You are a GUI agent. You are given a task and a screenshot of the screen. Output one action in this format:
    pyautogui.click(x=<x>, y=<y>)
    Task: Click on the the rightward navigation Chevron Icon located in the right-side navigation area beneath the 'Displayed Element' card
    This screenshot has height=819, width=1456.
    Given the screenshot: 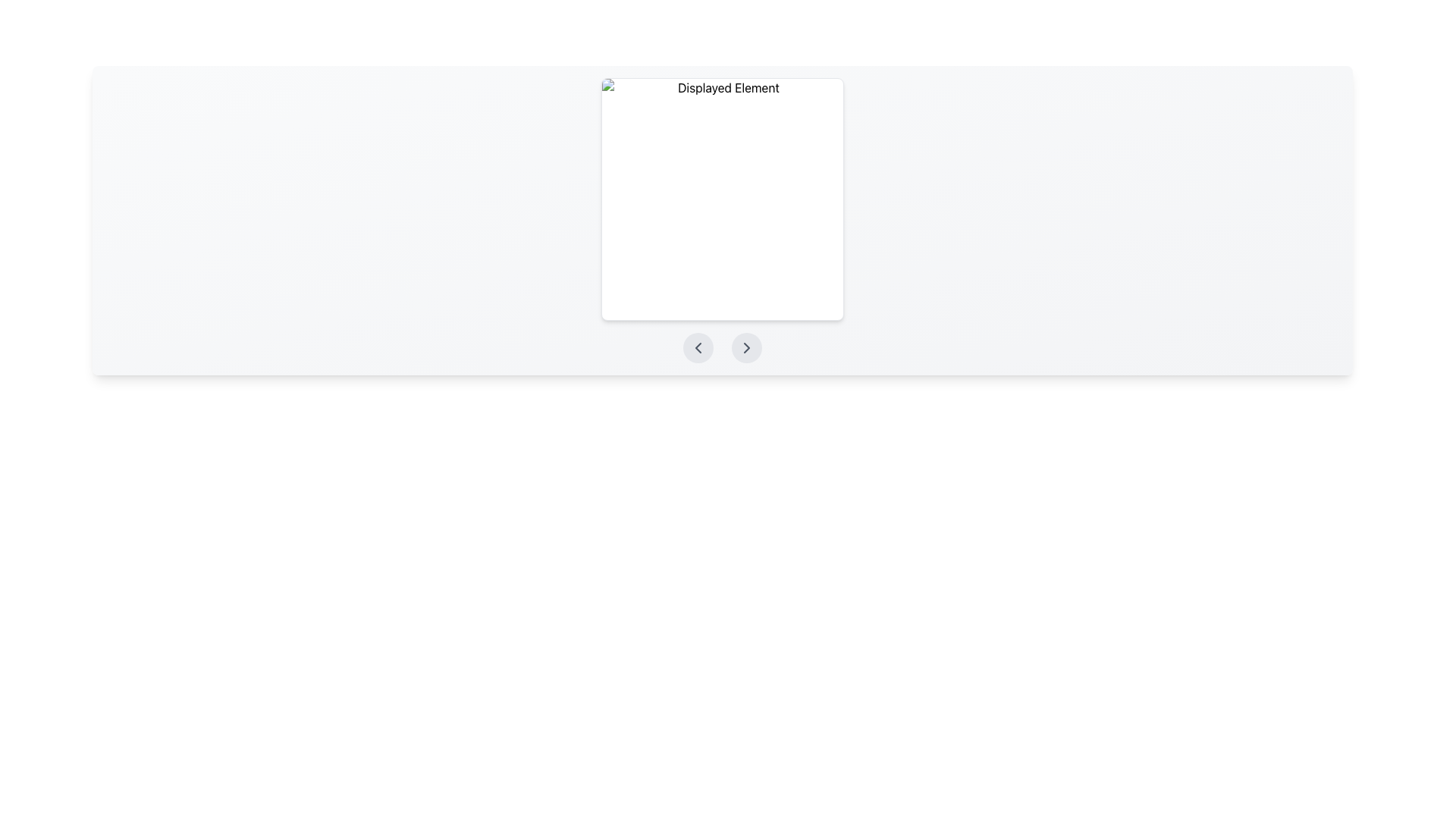 What is the action you would take?
    pyautogui.click(x=746, y=348)
    